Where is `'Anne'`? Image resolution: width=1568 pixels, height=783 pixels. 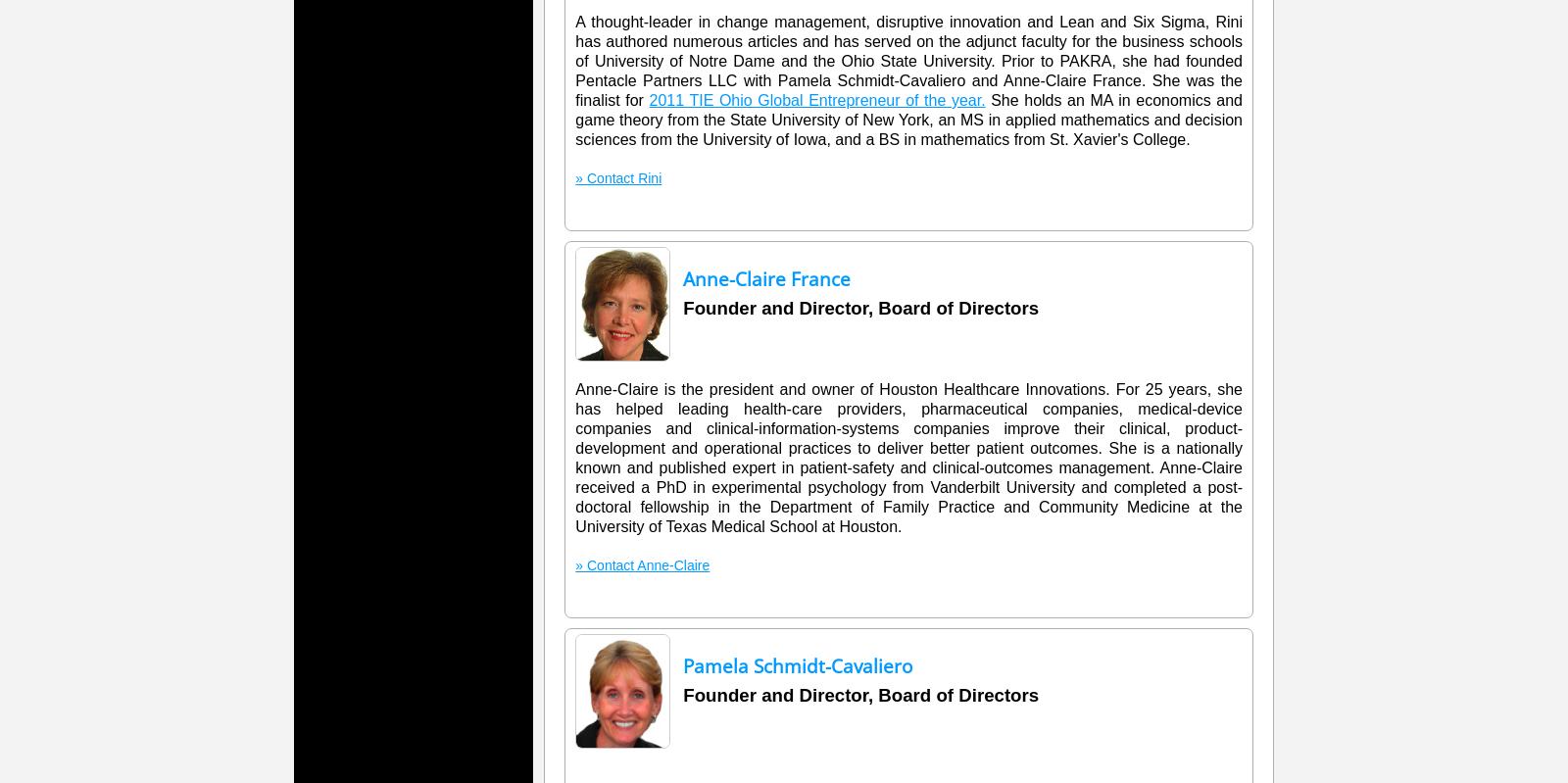
'Anne' is located at coordinates (1176, 466).